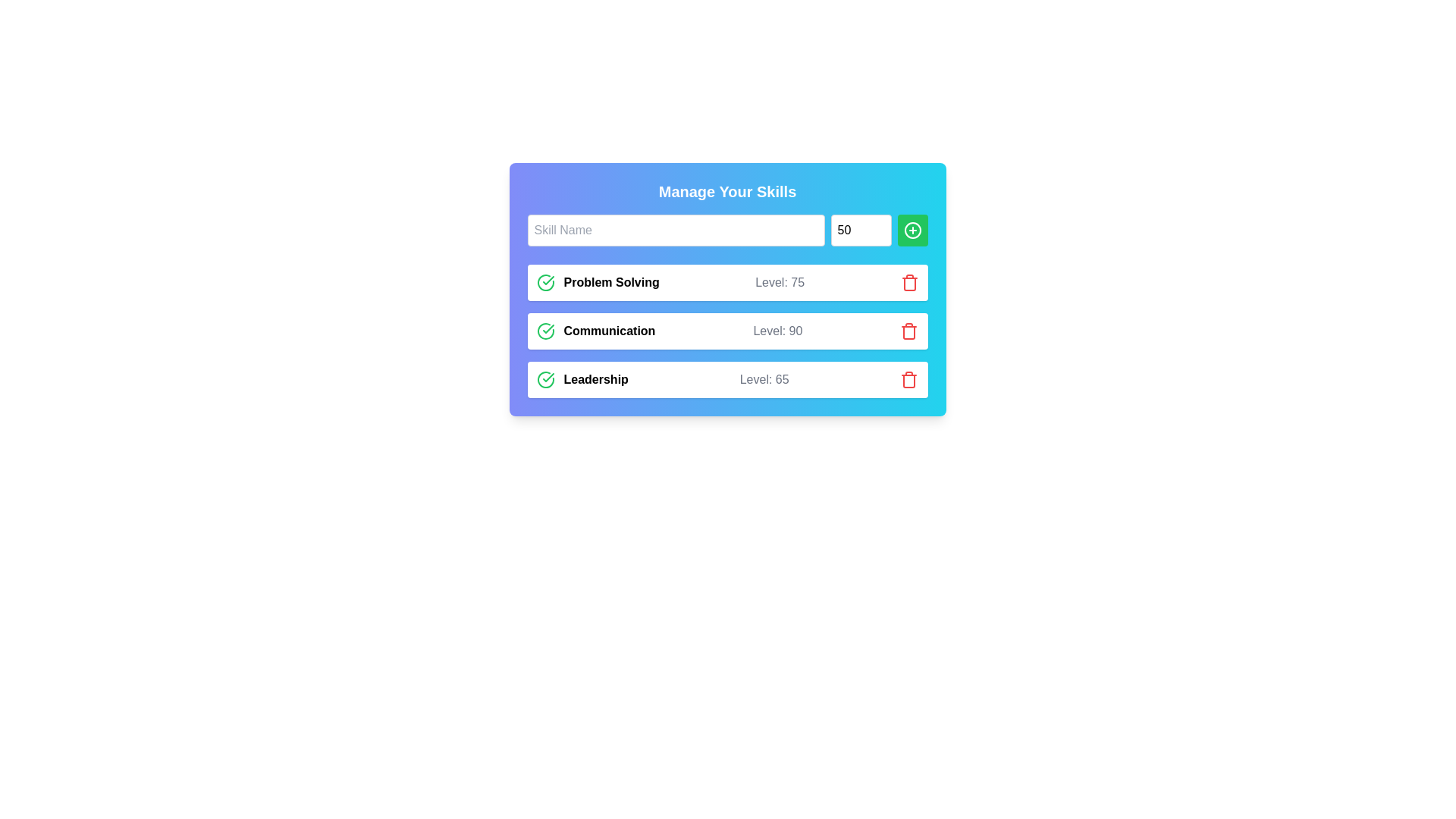 The width and height of the screenshot is (1456, 819). Describe the element at coordinates (912, 231) in the screenshot. I see `the circular icon with a green background and white border, which is located to the right of the 'Skill Name' input field` at that location.